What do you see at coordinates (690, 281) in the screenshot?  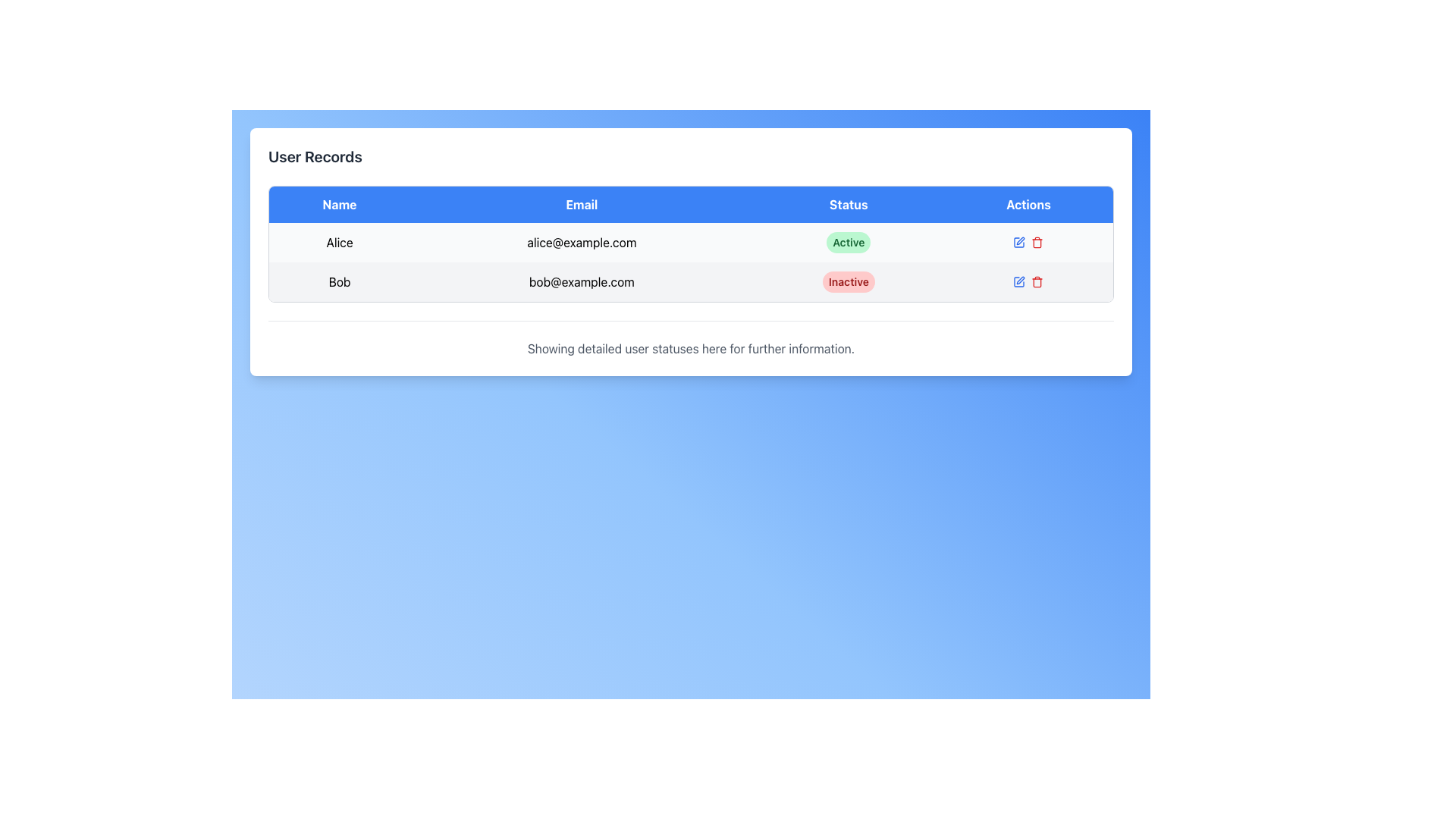 I see `the second row of the table that contains user data for 'Bob', highlighting it` at bounding box center [690, 281].